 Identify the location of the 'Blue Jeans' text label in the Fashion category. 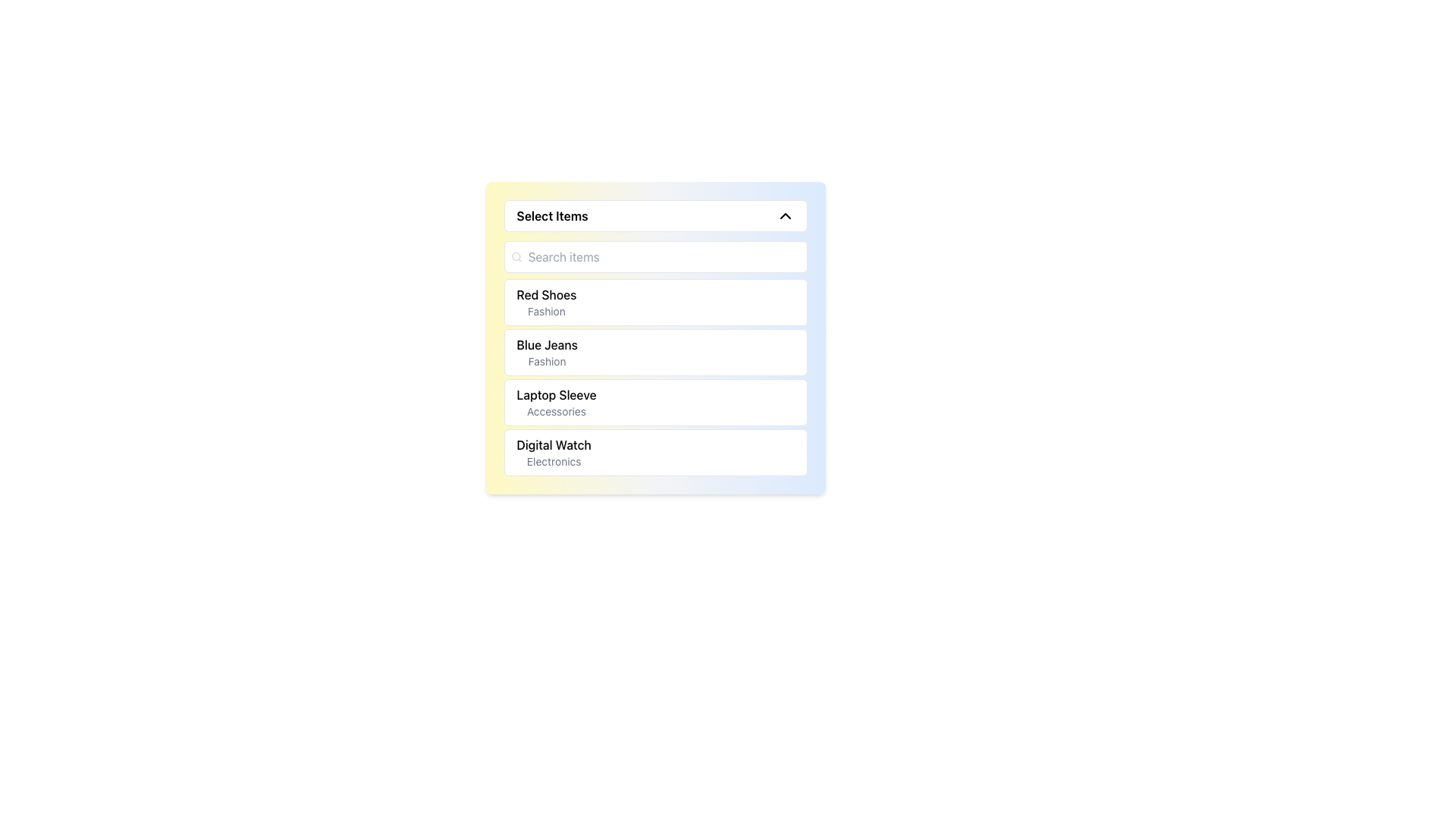
(546, 345).